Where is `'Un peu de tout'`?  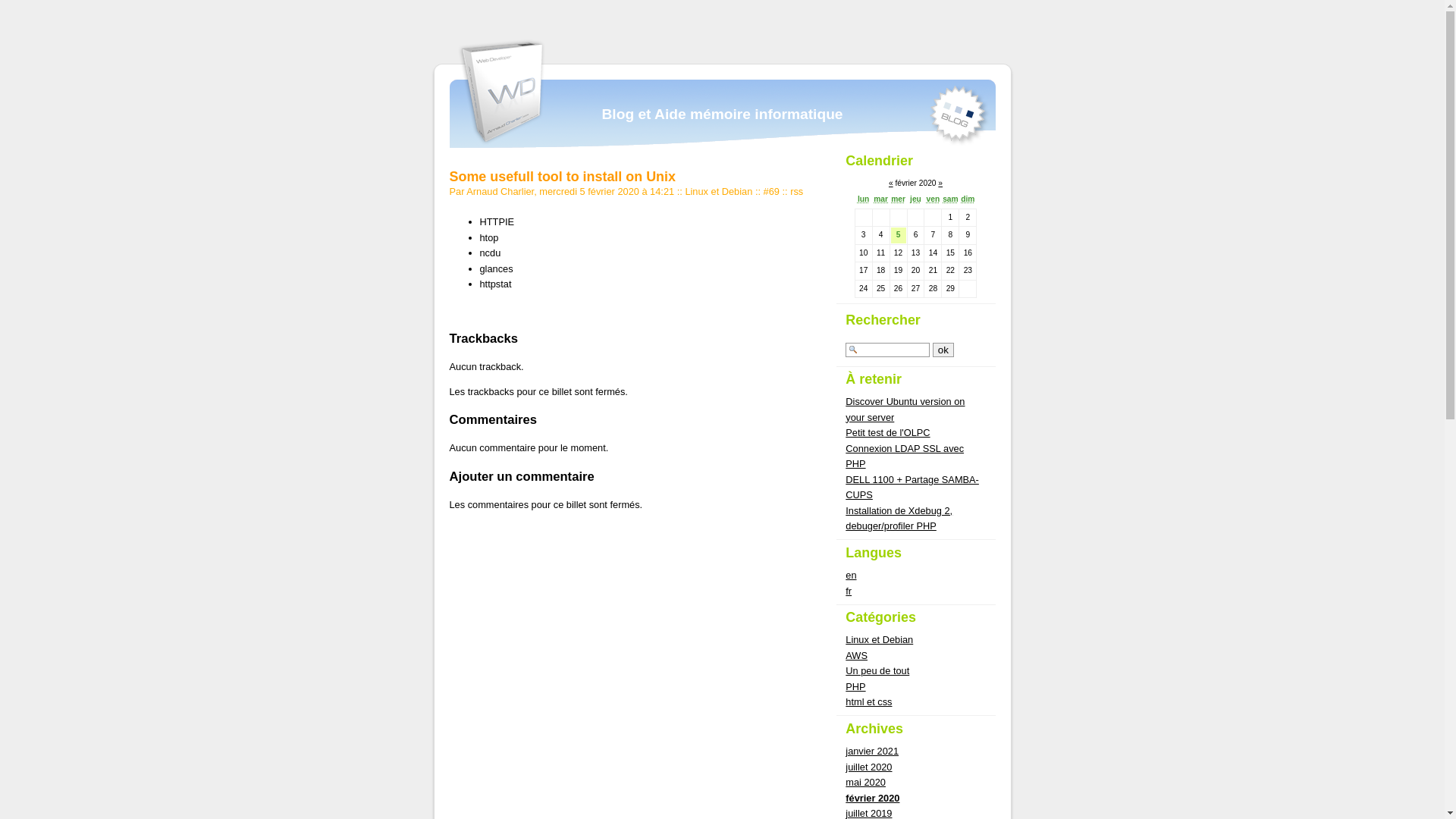 'Un peu de tout' is located at coordinates (844, 670).